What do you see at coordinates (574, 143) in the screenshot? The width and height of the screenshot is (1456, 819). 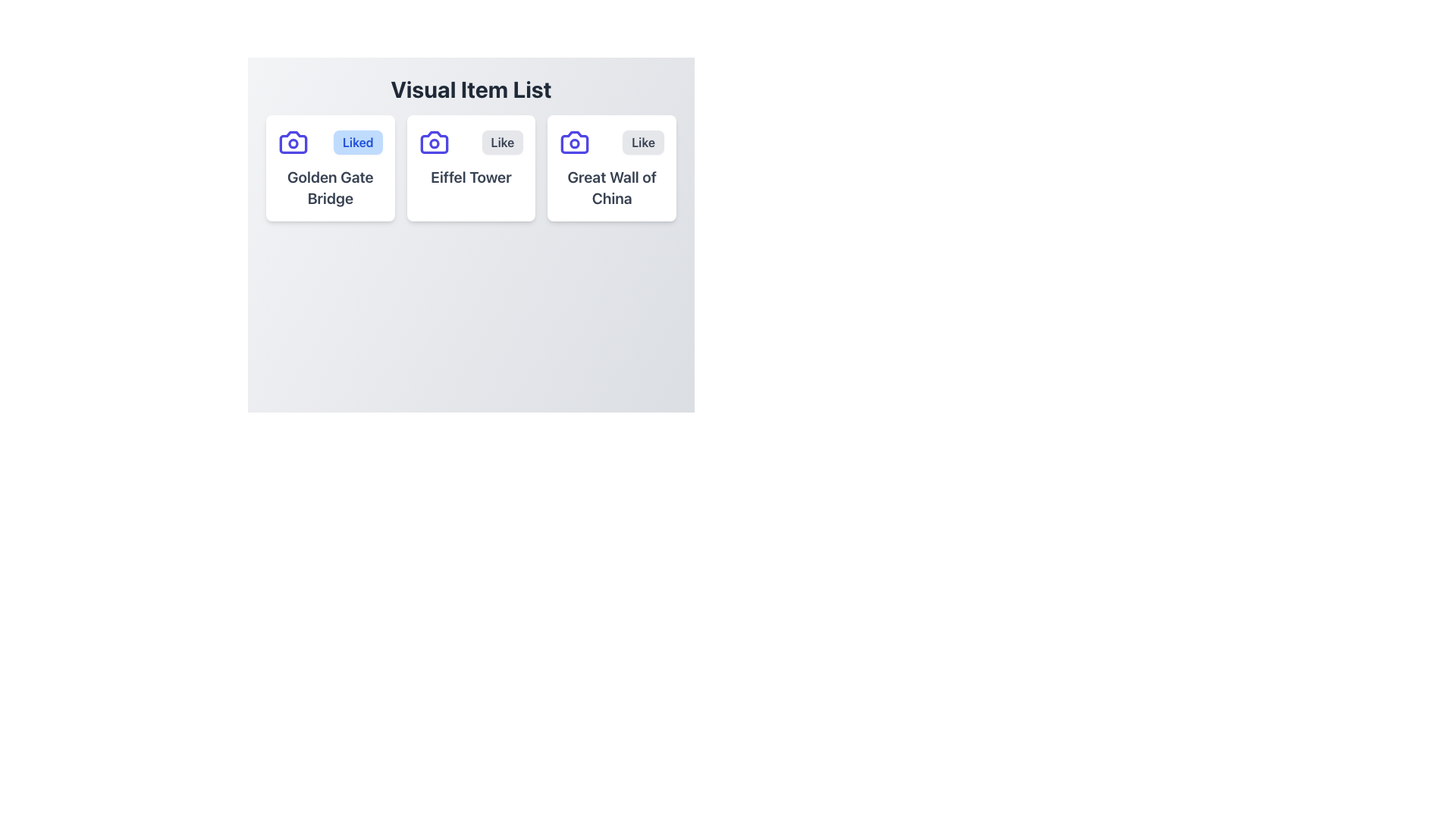 I see `the icon representing the 'Great Wall of China'` at bounding box center [574, 143].